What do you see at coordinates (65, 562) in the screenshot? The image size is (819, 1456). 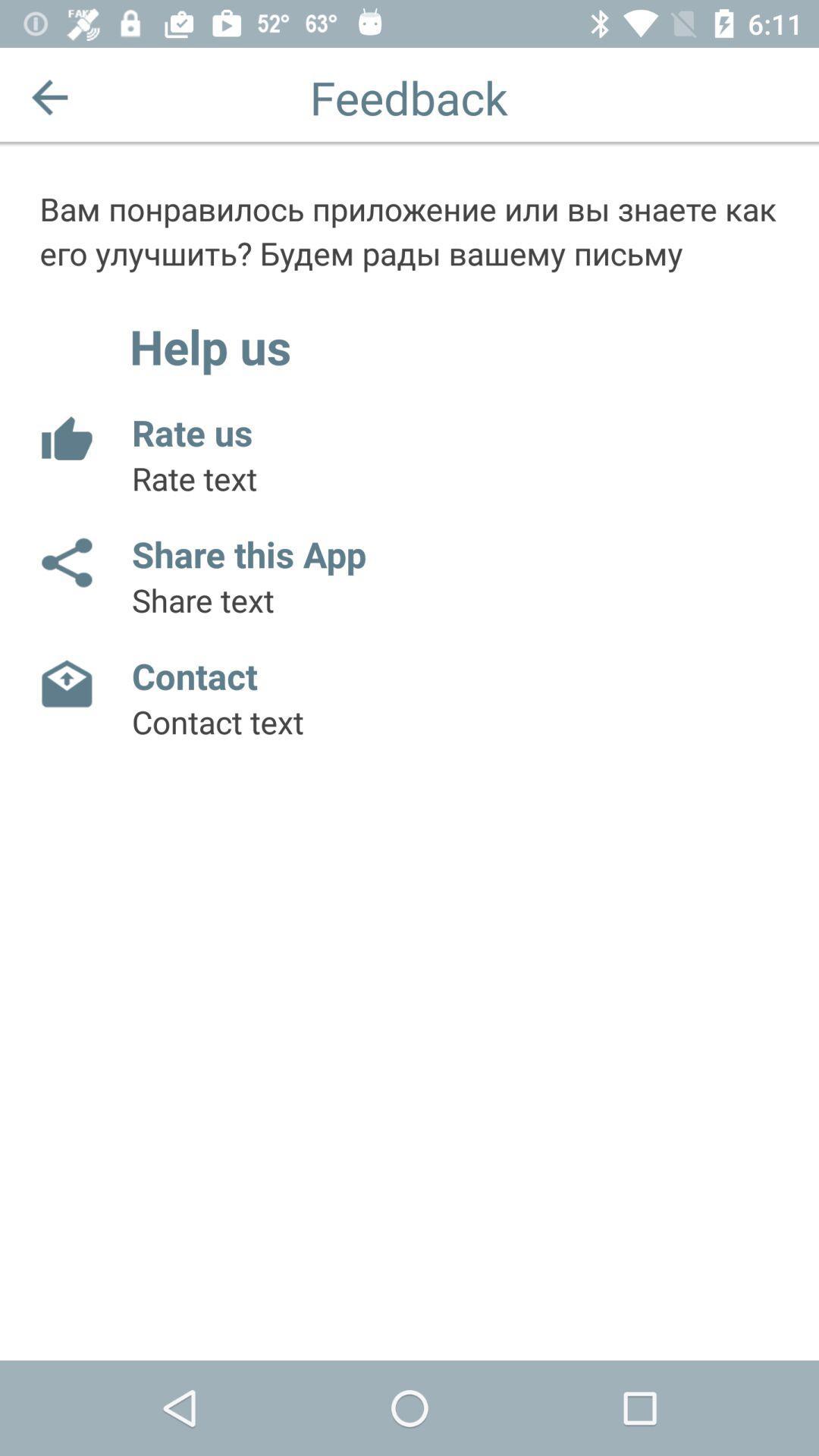 I see `share this app` at bounding box center [65, 562].